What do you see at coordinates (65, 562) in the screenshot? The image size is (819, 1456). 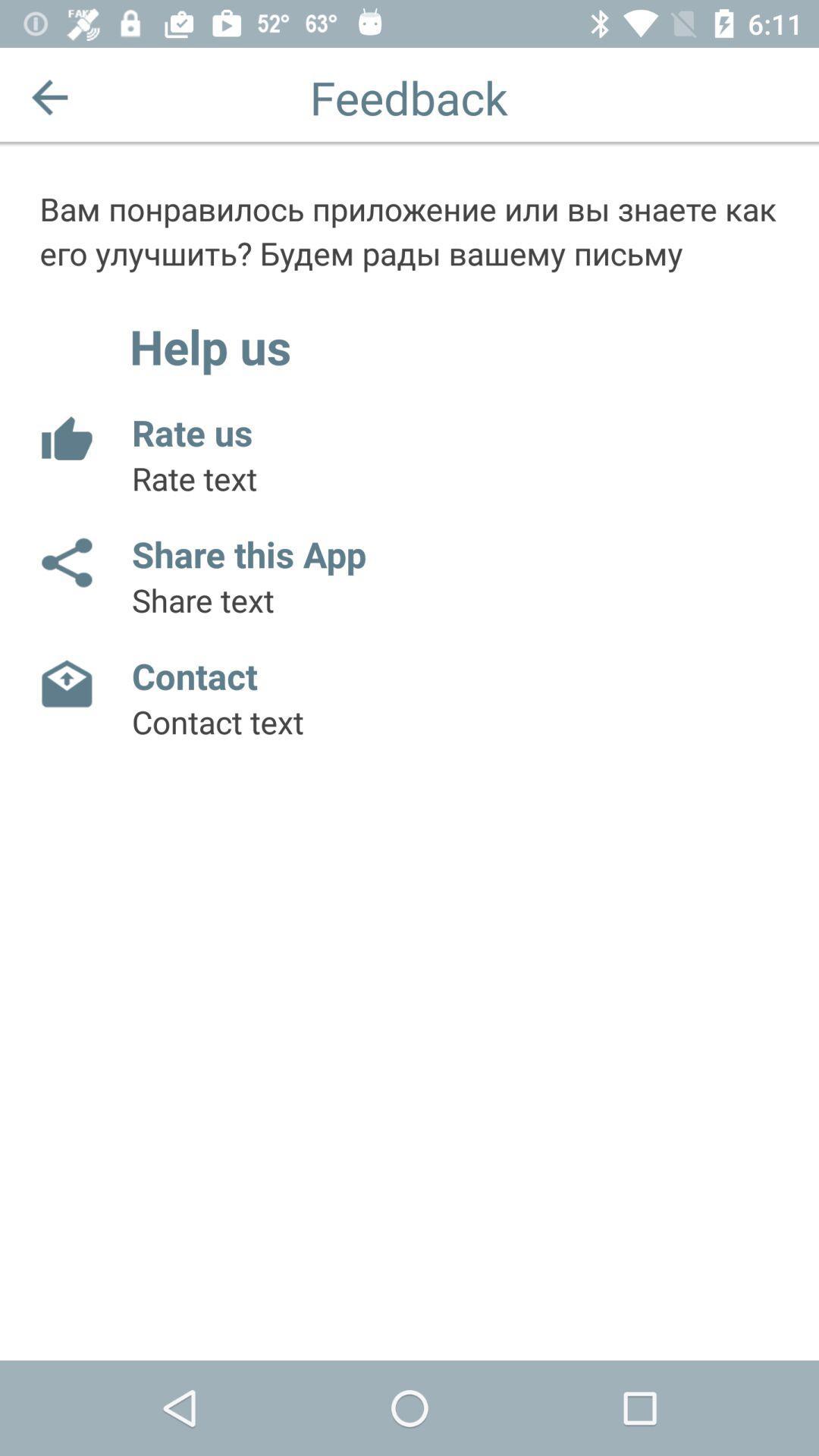 I see `share this app` at bounding box center [65, 562].